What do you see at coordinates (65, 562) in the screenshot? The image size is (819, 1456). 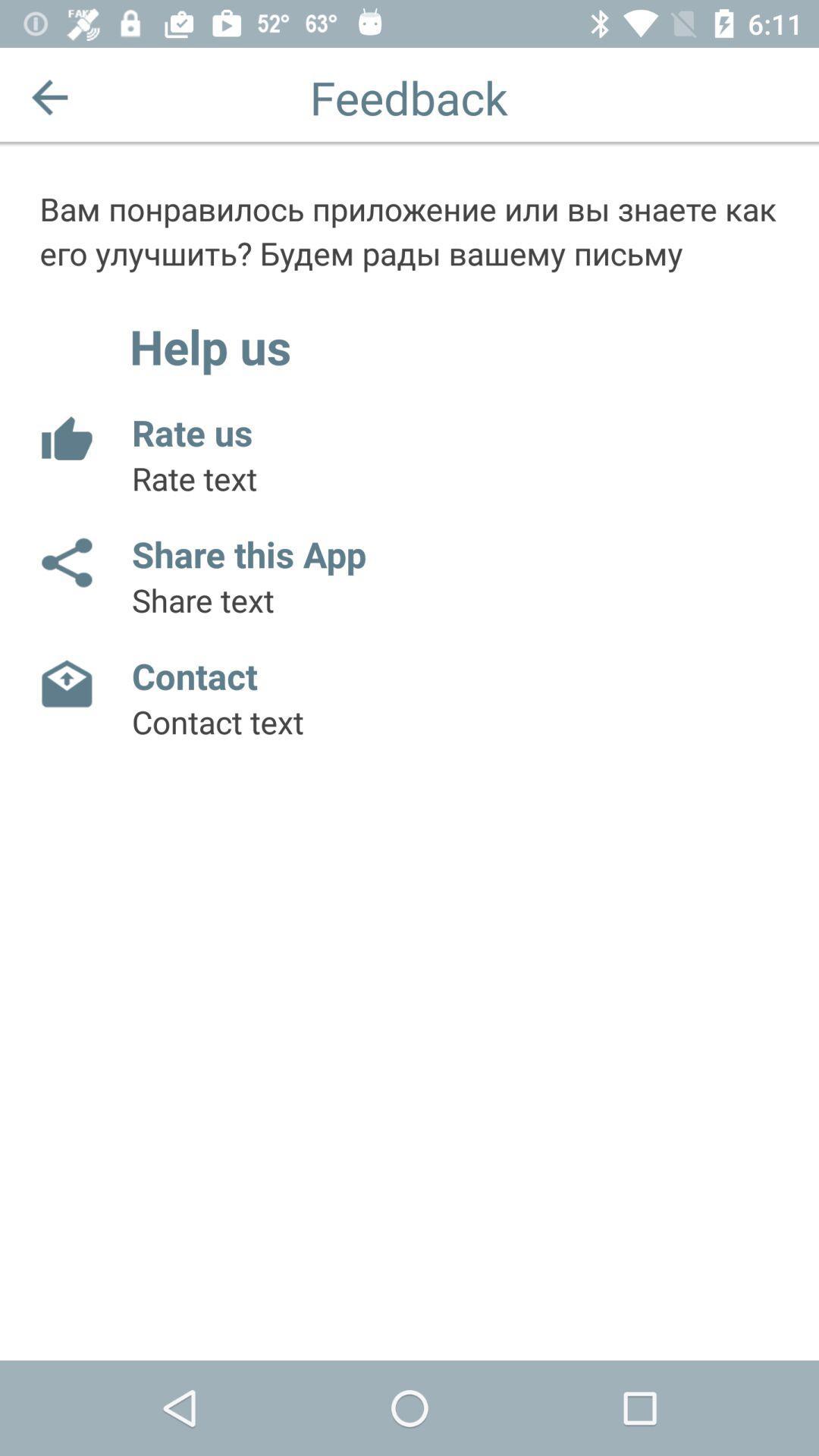 I see `share this app` at bounding box center [65, 562].